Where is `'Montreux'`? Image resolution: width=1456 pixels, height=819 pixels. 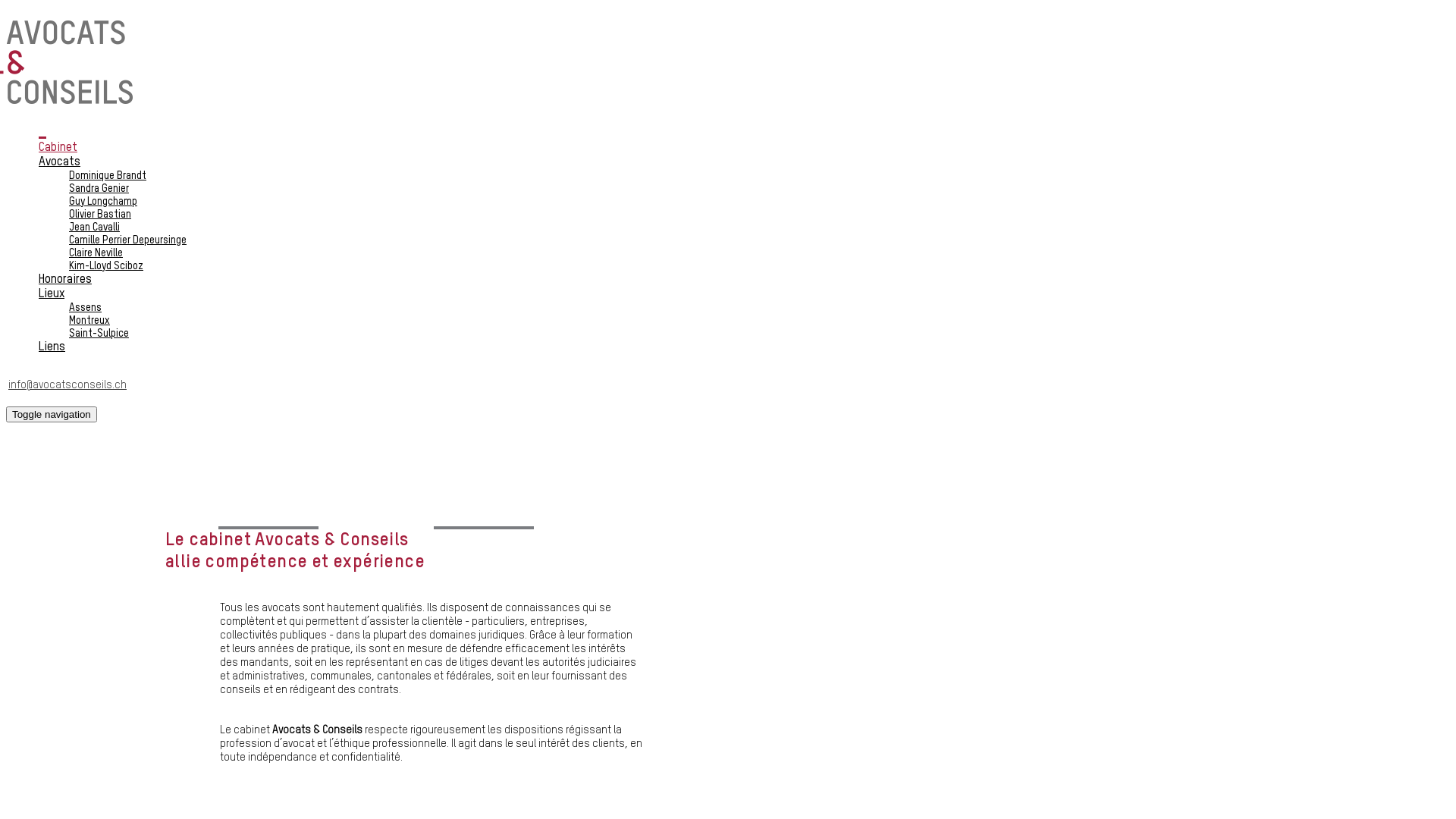 'Montreux' is located at coordinates (89, 320).